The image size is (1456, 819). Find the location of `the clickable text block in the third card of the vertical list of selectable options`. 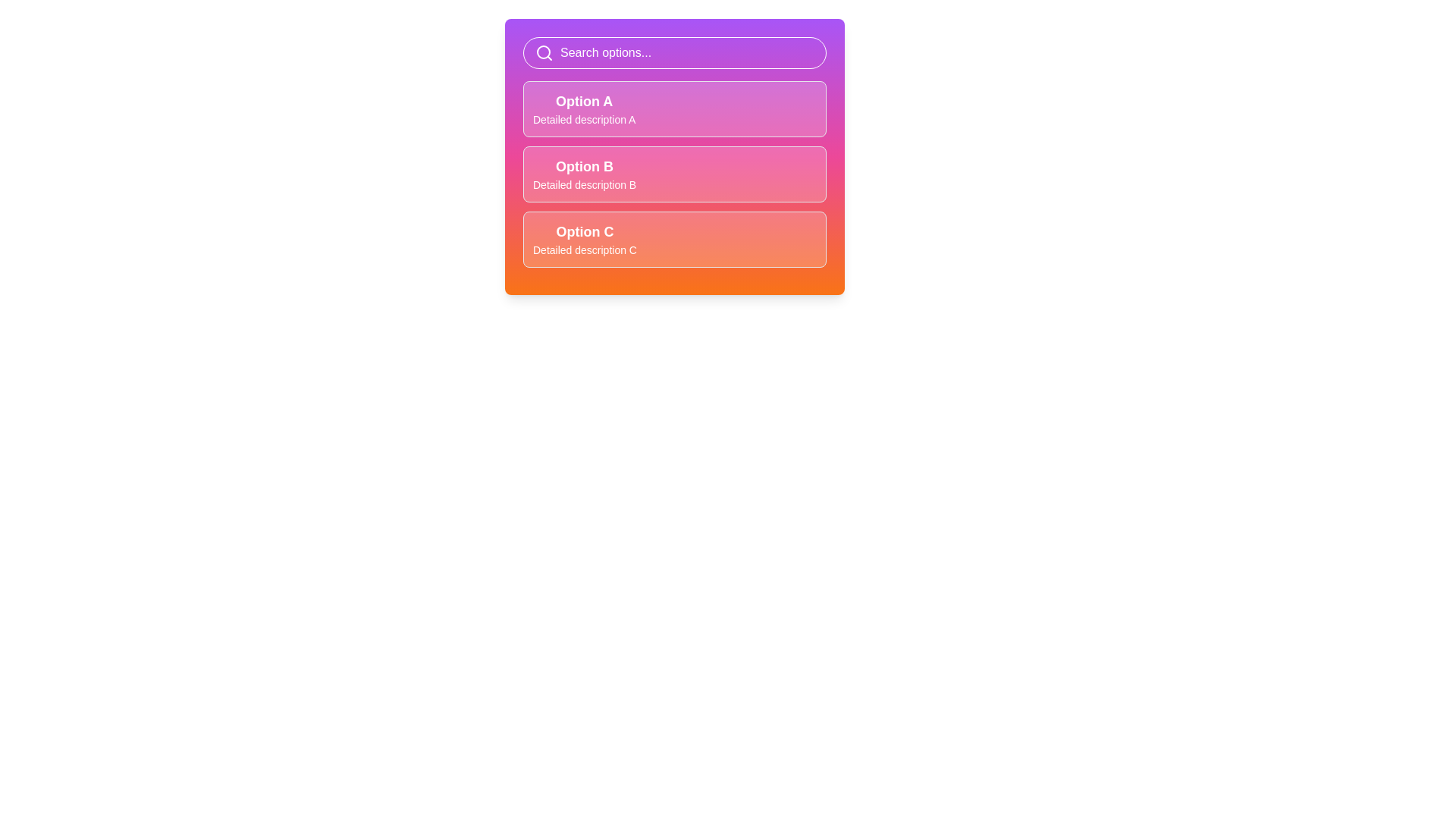

the clickable text block in the third card of the vertical list of selectable options is located at coordinates (584, 239).